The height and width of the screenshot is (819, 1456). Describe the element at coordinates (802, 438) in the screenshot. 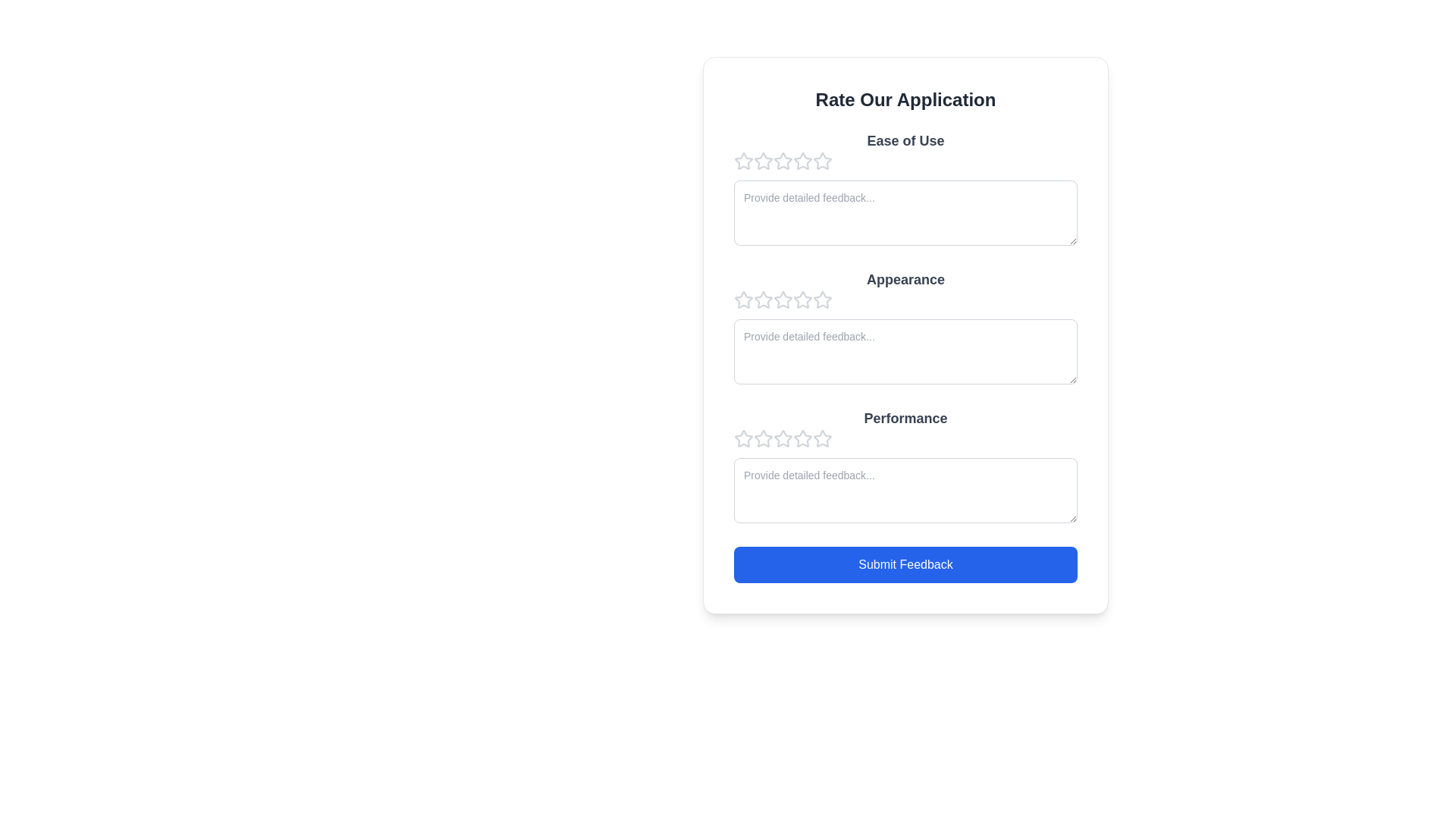

I see `the third star icon from the left in the row of five stars to set the rating to 3 in the Performance section of the user feedback form` at that location.